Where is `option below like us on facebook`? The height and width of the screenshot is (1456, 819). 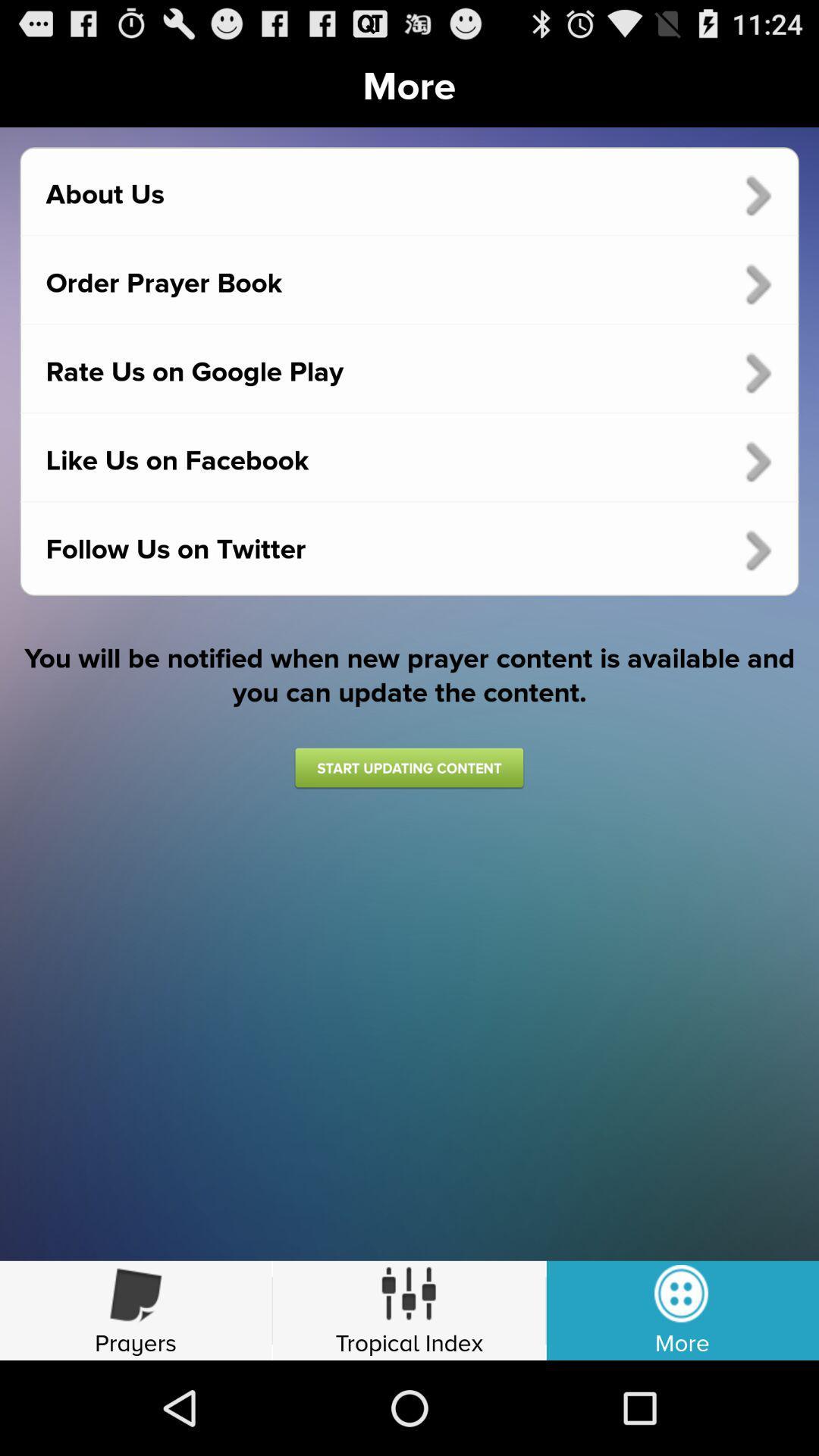
option below like us on facebook is located at coordinates (409, 558).